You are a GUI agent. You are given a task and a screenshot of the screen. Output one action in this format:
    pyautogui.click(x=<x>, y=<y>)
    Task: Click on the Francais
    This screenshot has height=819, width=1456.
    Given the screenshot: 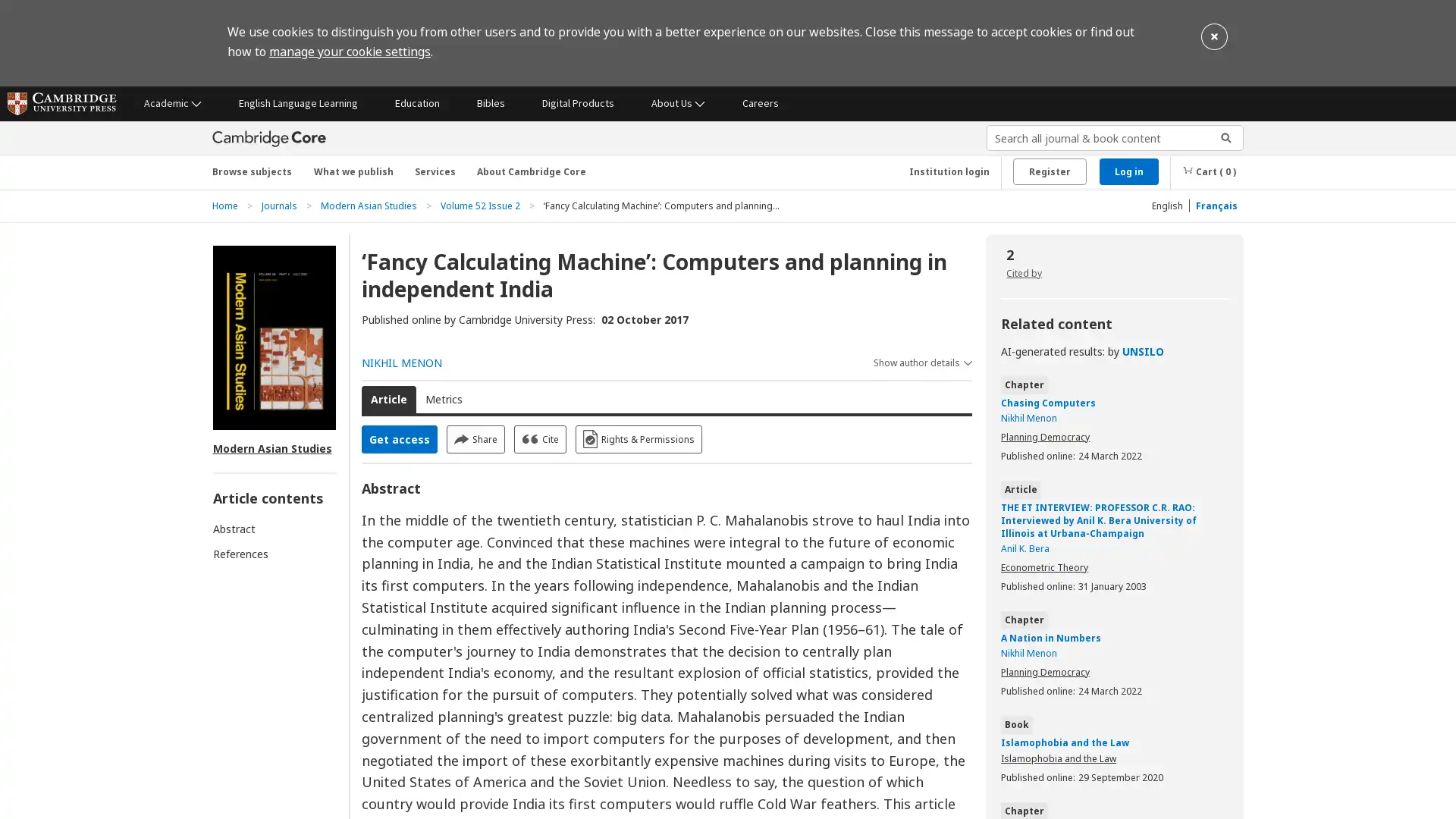 What is the action you would take?
    pyautogui.click(x=1216, y=206)
    